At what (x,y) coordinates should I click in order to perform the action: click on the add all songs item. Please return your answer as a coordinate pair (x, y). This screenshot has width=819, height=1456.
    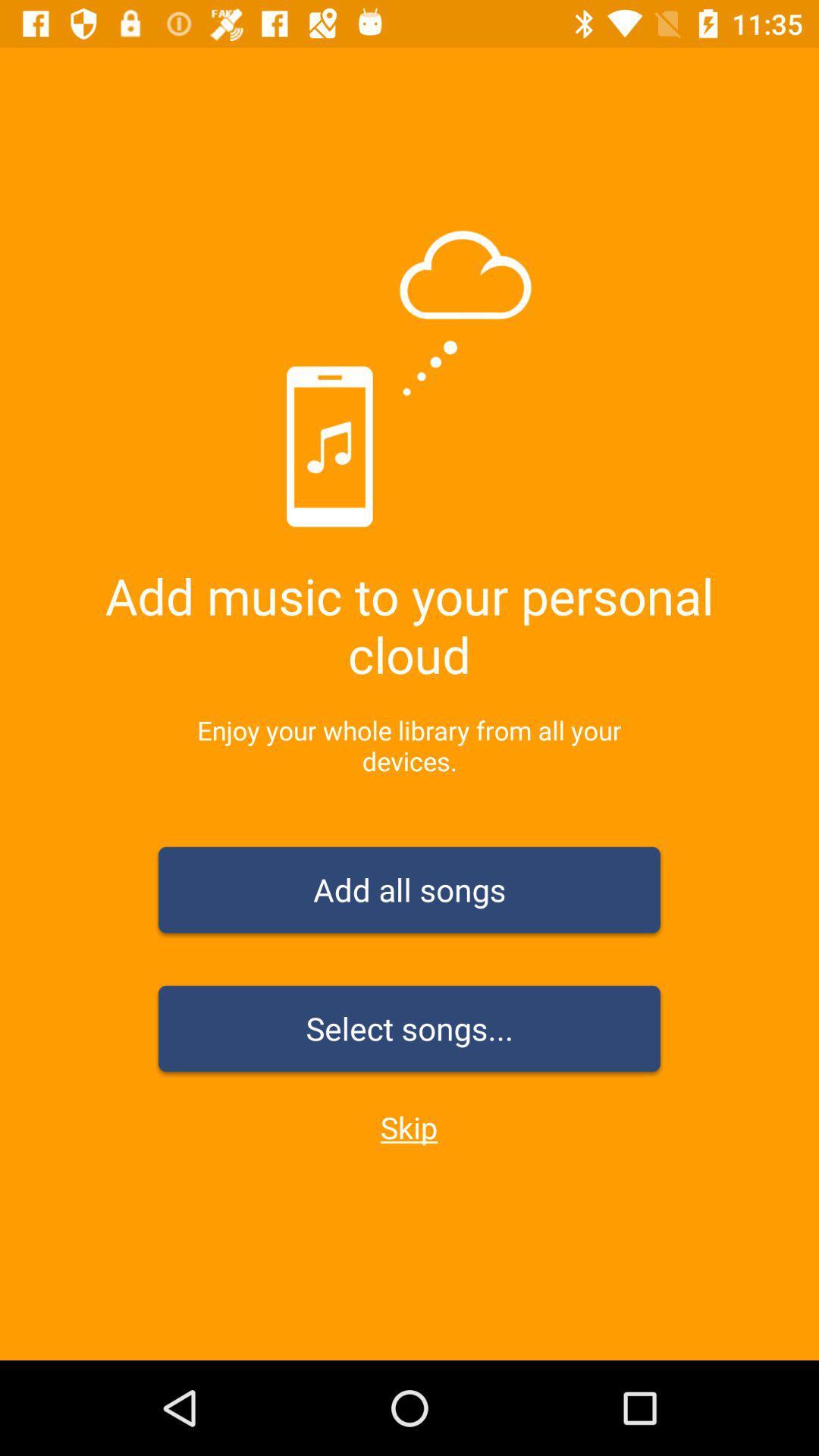
    Looking at the image, I should click on (409, 893).